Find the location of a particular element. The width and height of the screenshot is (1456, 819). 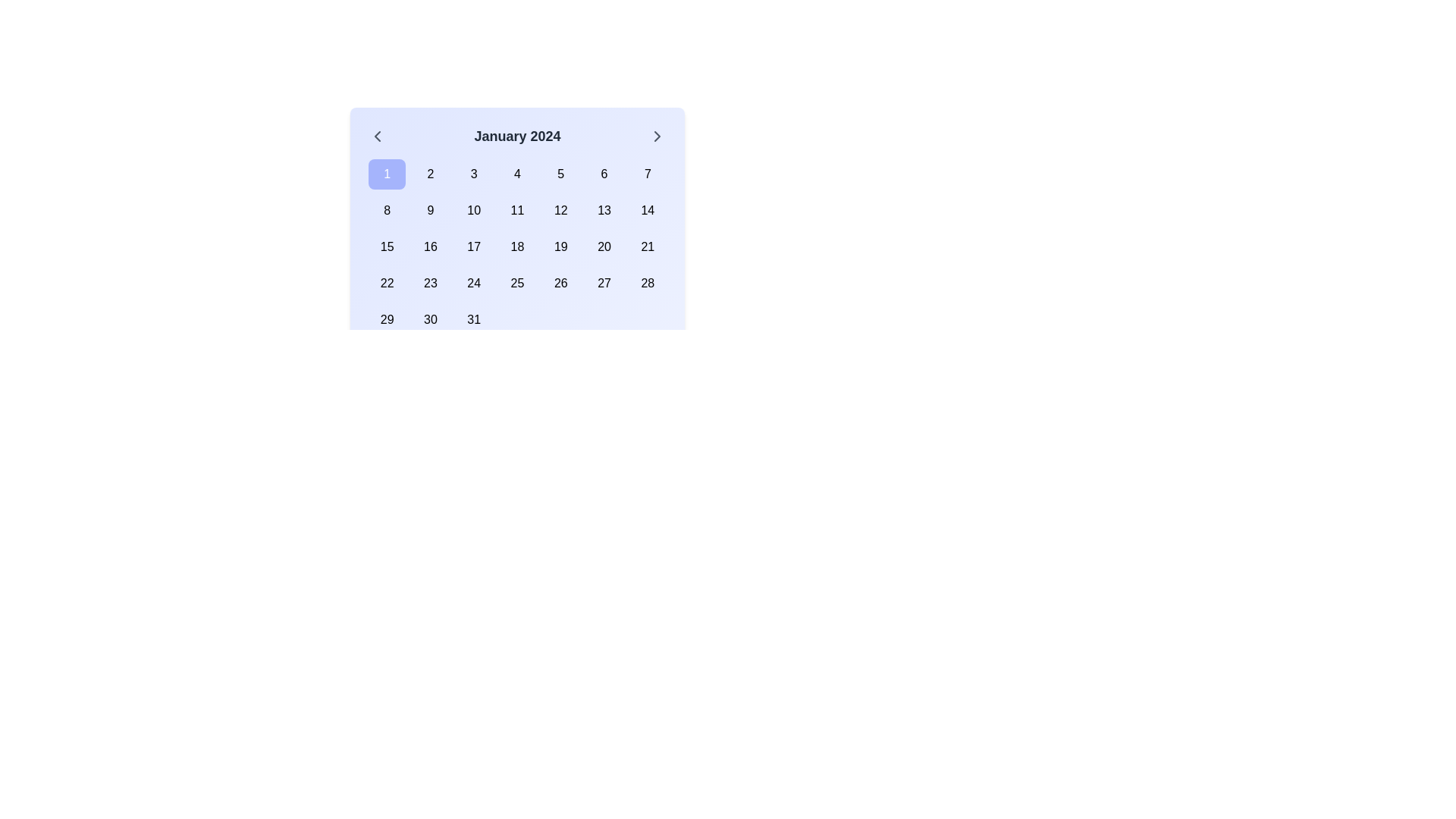

the left-pointing chevron button located to the left of the 'January 2024' calendar header is located at coordinates (378, 136).